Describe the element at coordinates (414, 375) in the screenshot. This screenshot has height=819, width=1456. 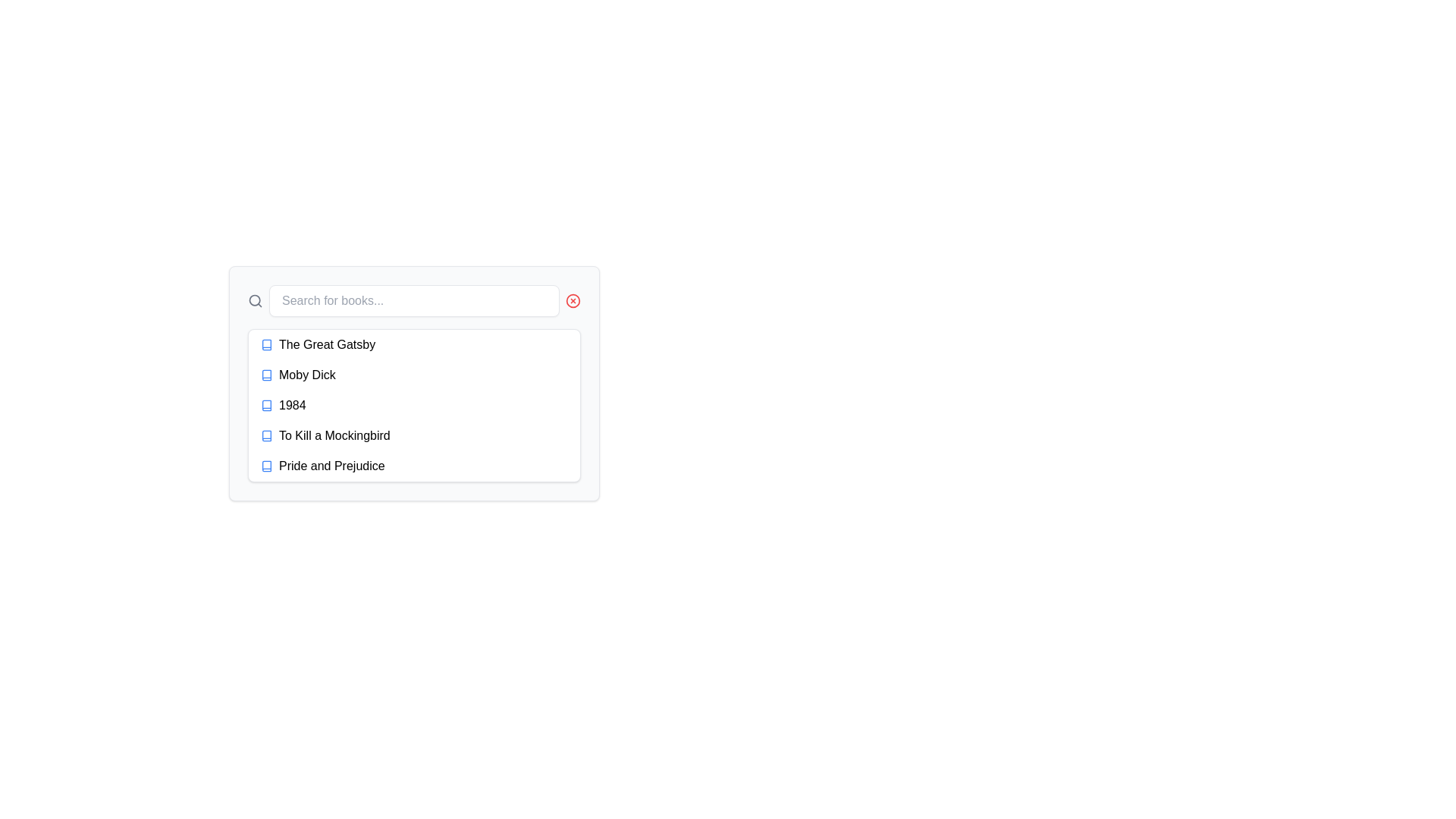
I see `the selectable list item for 'Moby Dick', which is the second entry in the dropdown list` at that location.